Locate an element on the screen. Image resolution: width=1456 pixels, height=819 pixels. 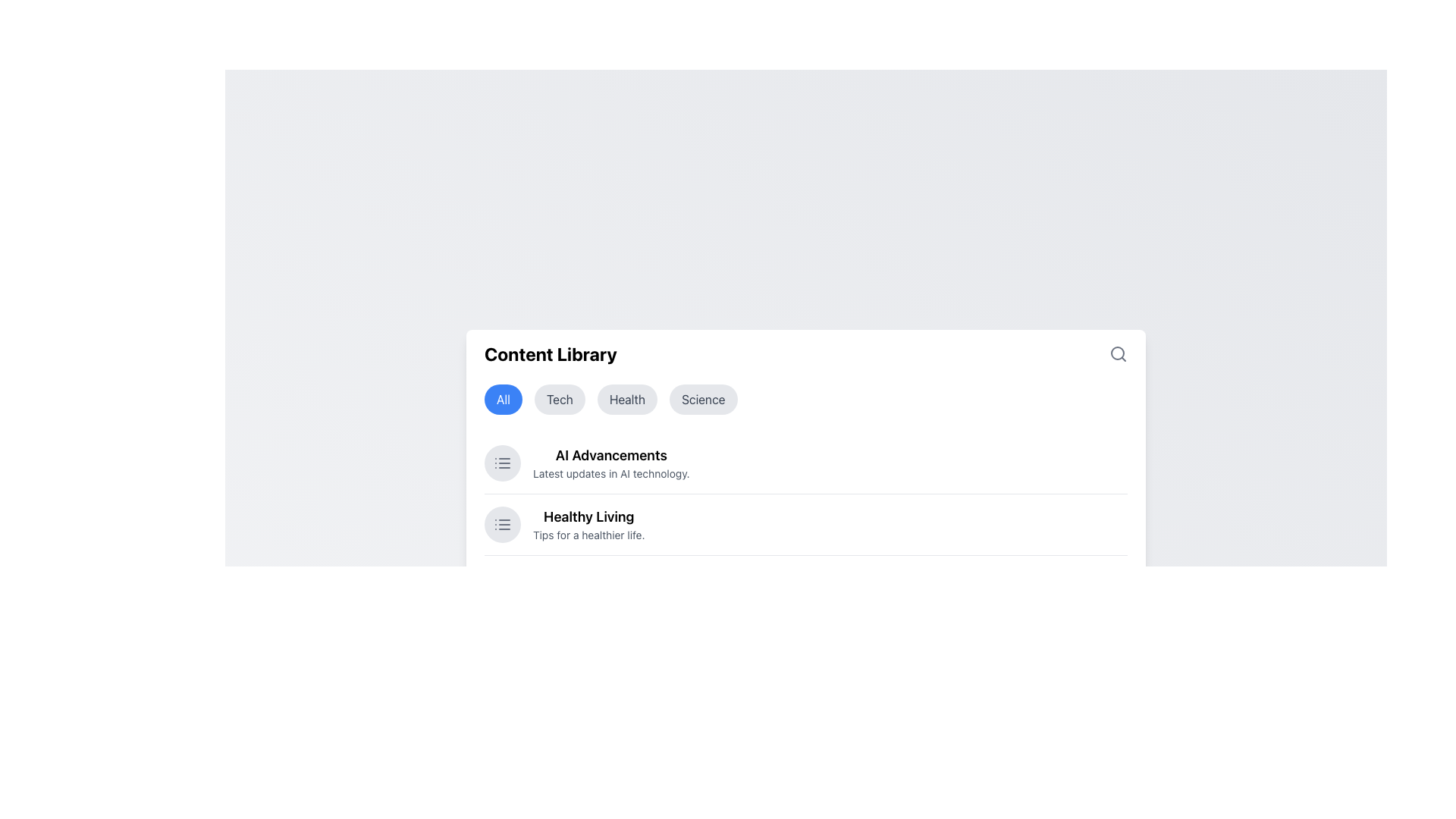
the Text description block that serves as a title and brief description for a content item about AI advancements, located in the middle section of the vertical content list under the 'All' filter in the 'Content Library' interface, as it is the first content item in the list is located at coordinates (611, 462).